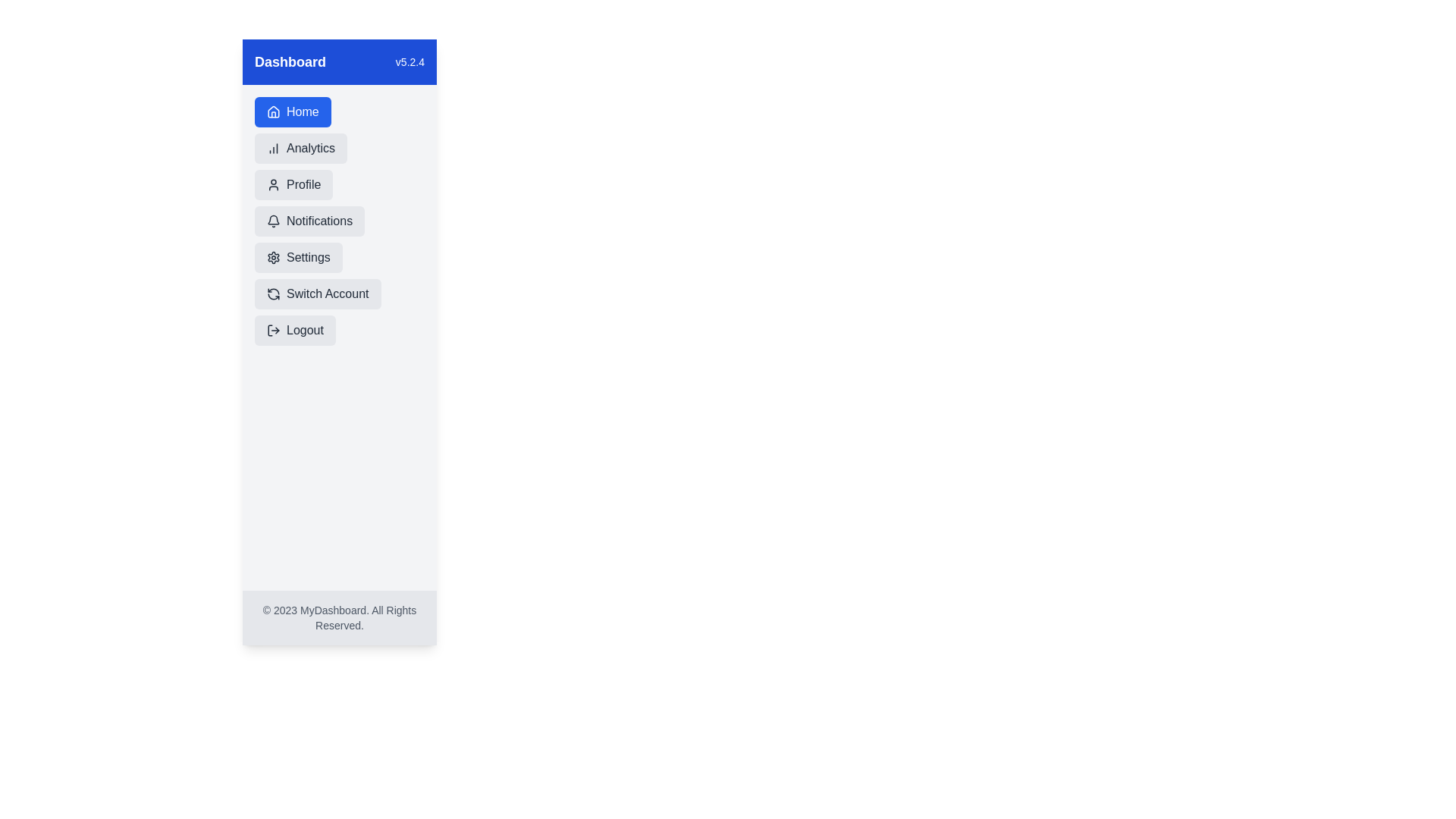 This screenshot has width=1456, height=819. I want to click on the SVG logout icon located in the side navigation panel, which features an arrow pointing to the right and is positioned to the left of the 'Logout' label, to log out, so click(273, 329).